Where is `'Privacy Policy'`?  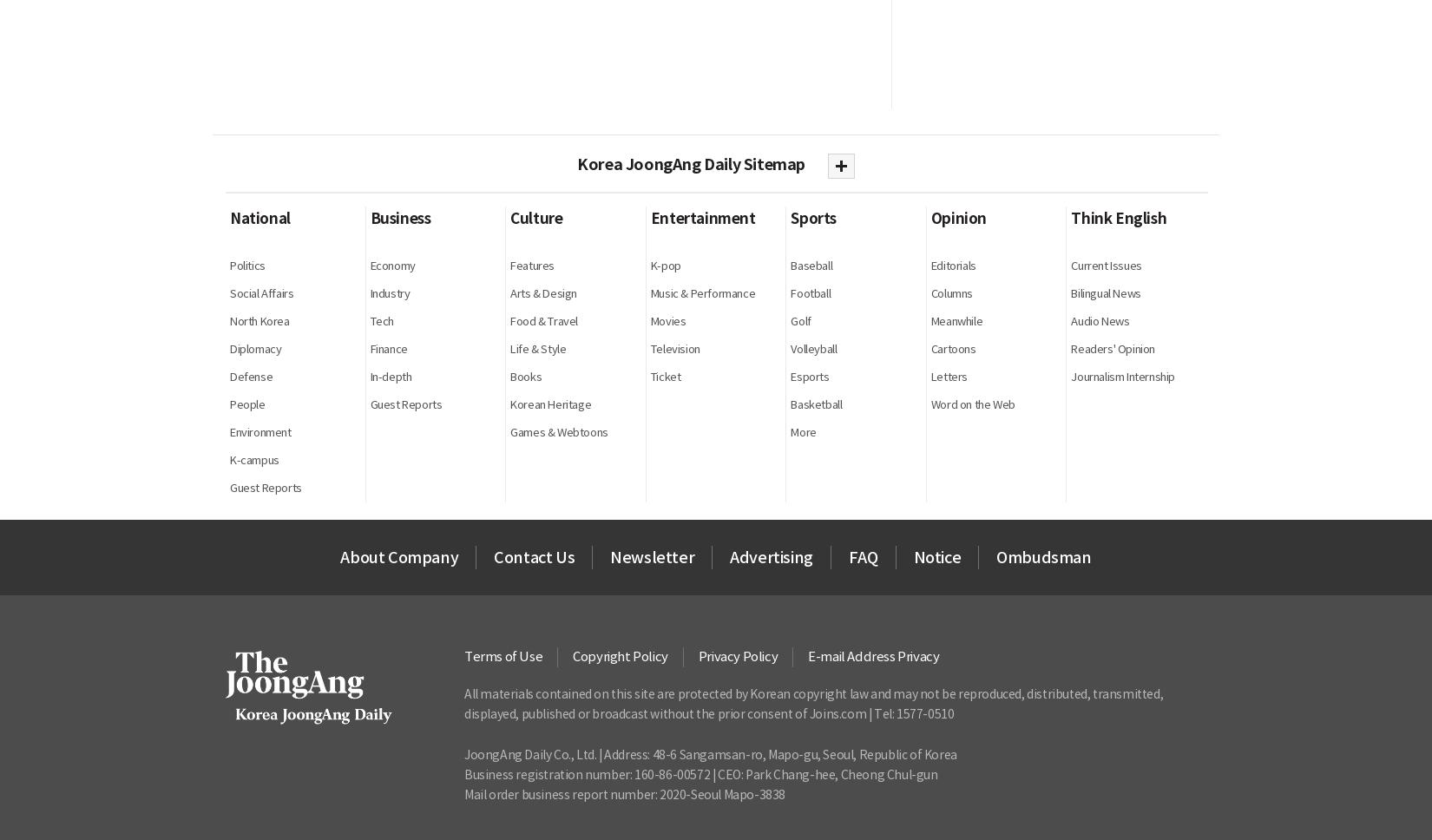
'Privacy Policy' is located at coordinates (738, 656).